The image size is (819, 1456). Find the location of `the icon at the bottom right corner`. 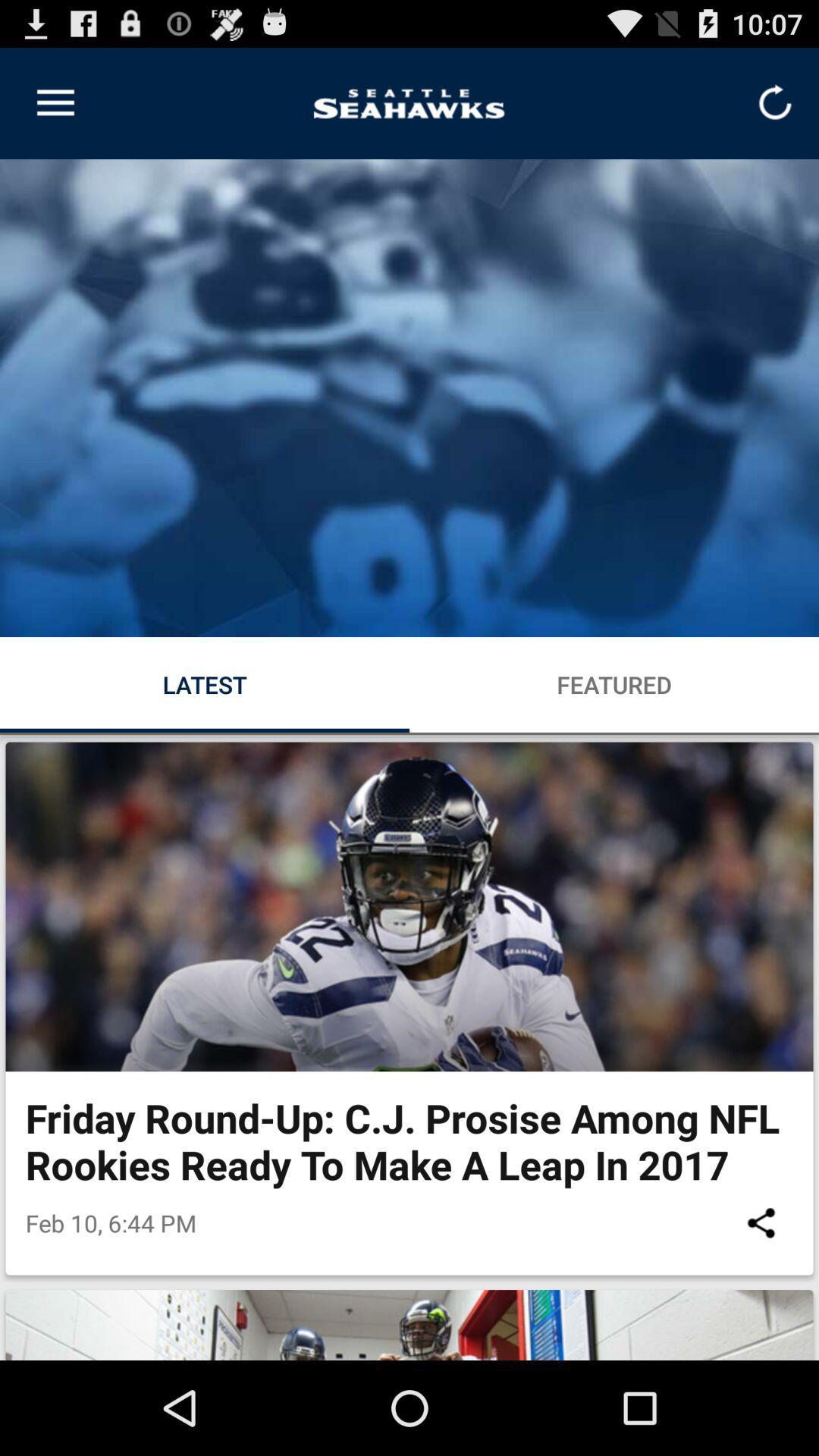

the icon at the bottom right corner is located at coordinates (761, 1222).